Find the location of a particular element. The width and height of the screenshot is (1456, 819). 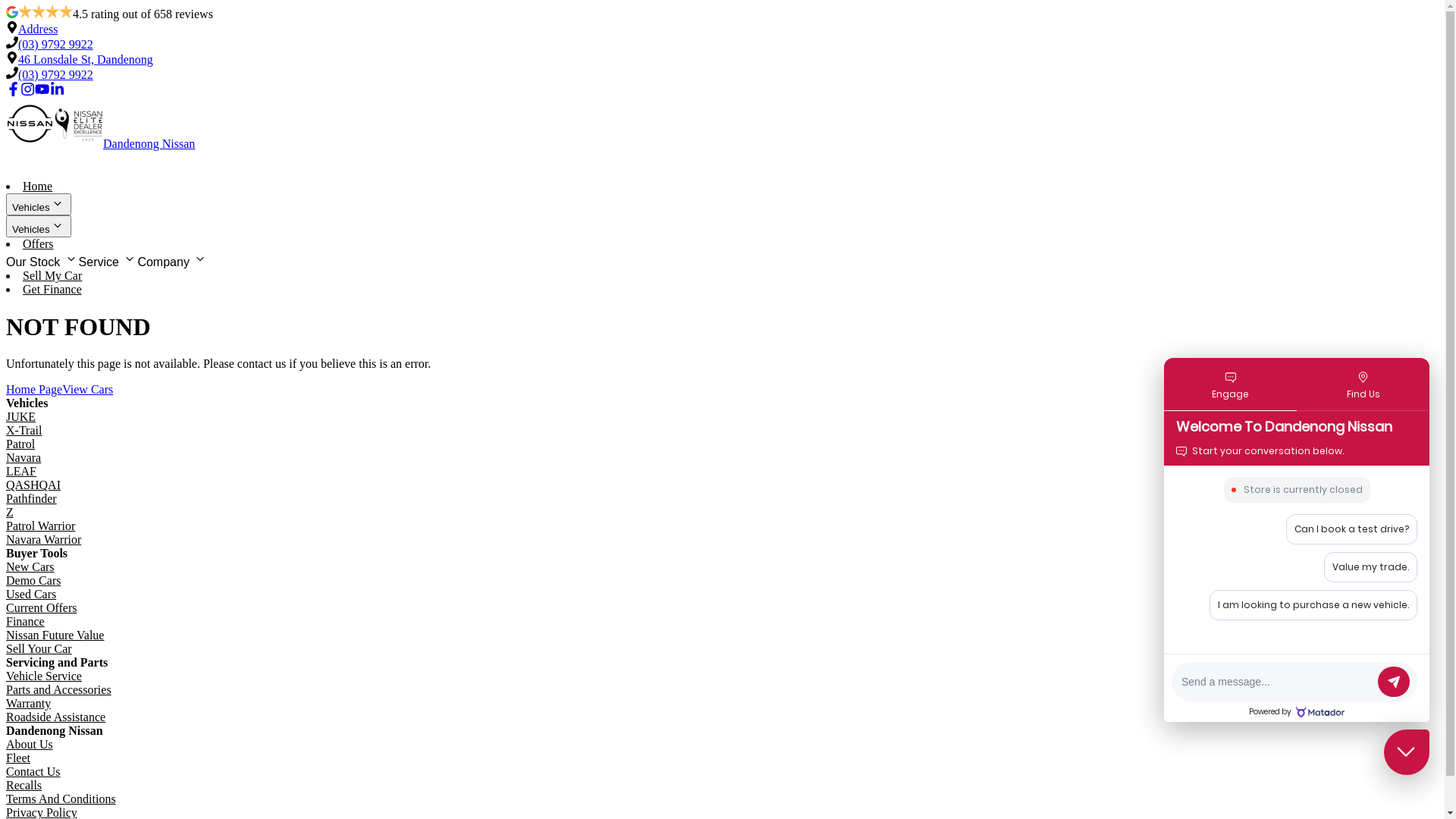

'Address' is located at coordinates (37, 29).